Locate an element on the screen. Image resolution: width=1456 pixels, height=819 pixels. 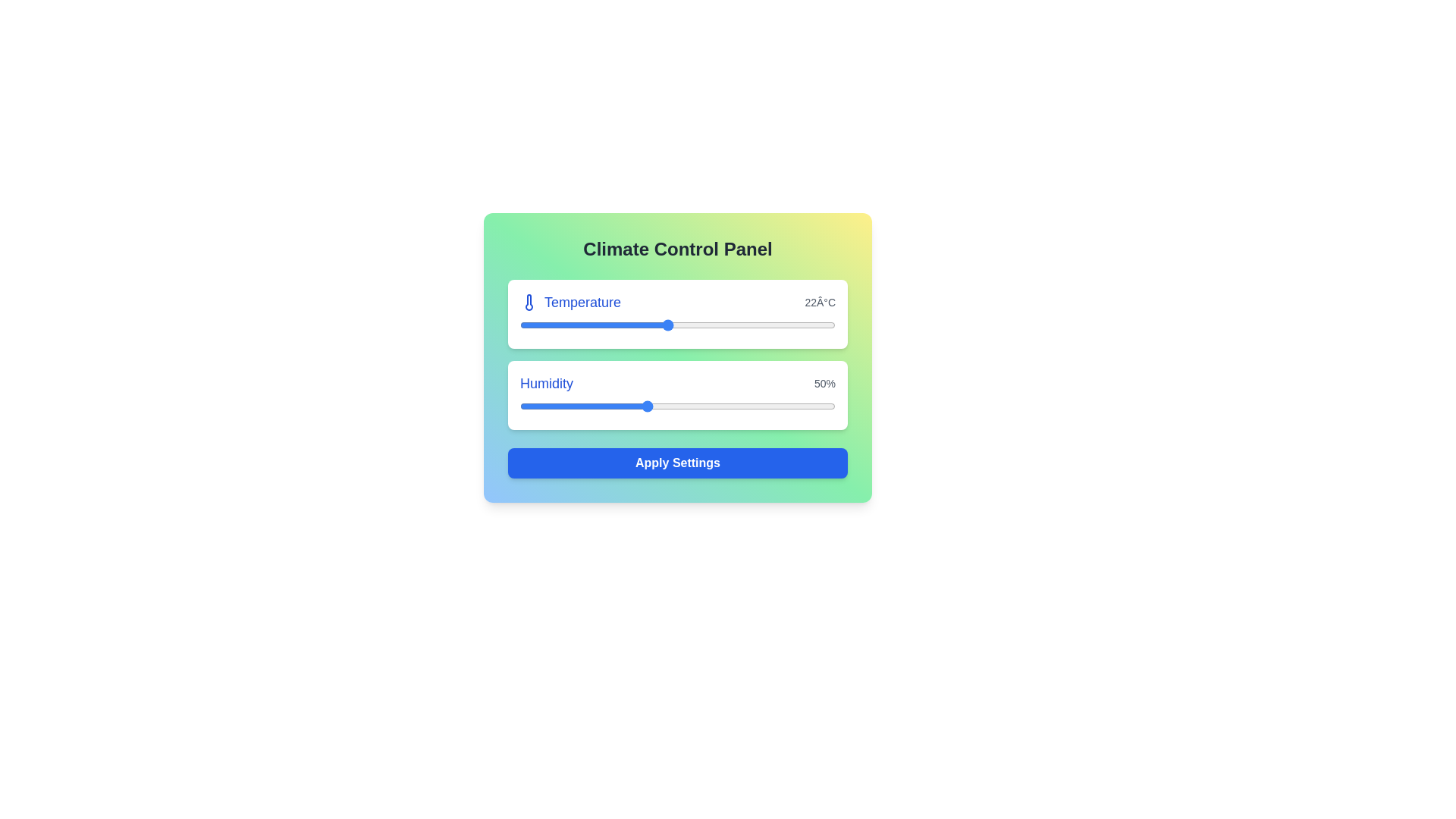
the temperature slider is located at coordinates (582, 324).